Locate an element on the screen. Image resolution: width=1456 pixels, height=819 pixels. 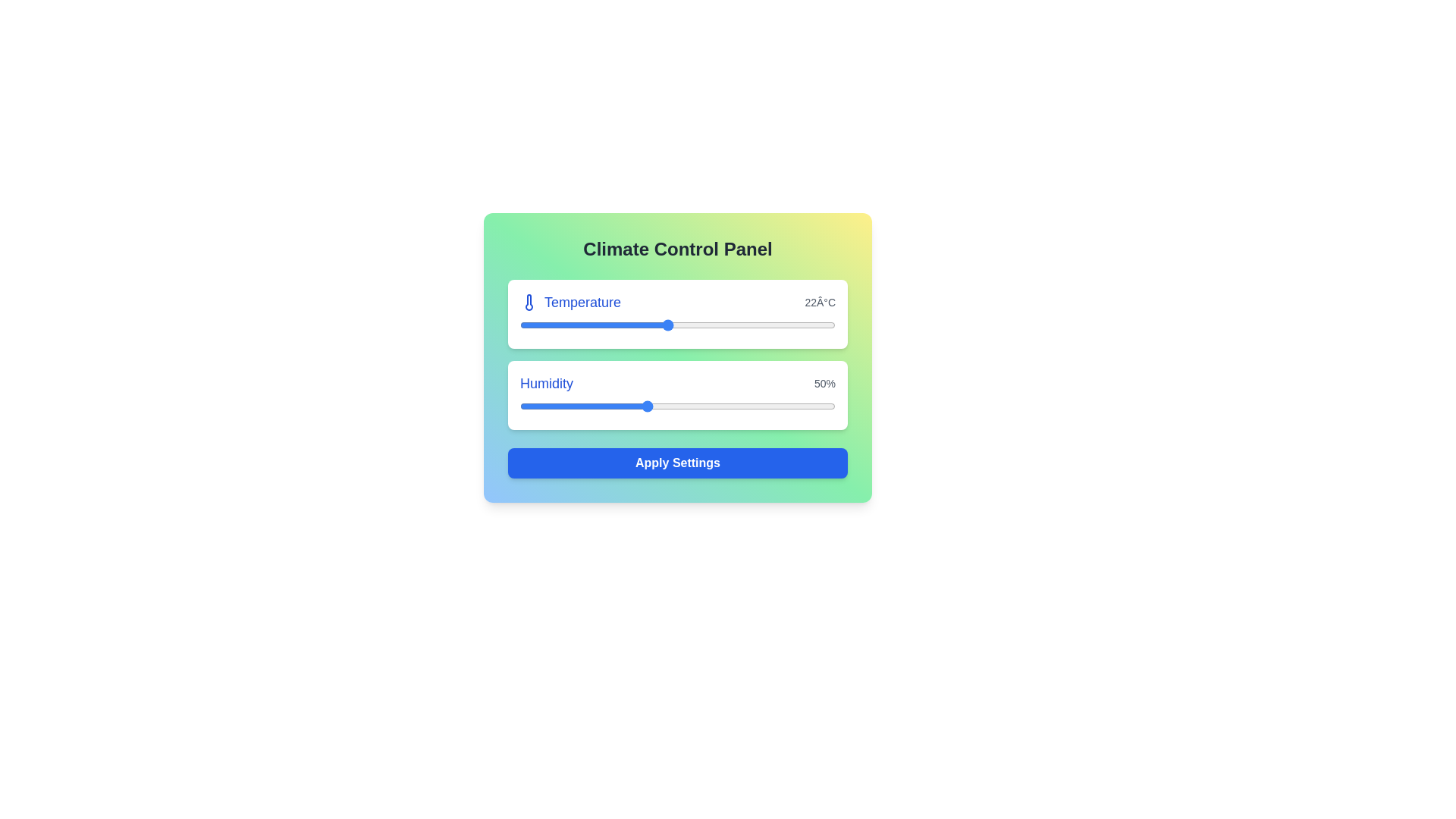
the temperature slider is located at coordinates (582, 324).